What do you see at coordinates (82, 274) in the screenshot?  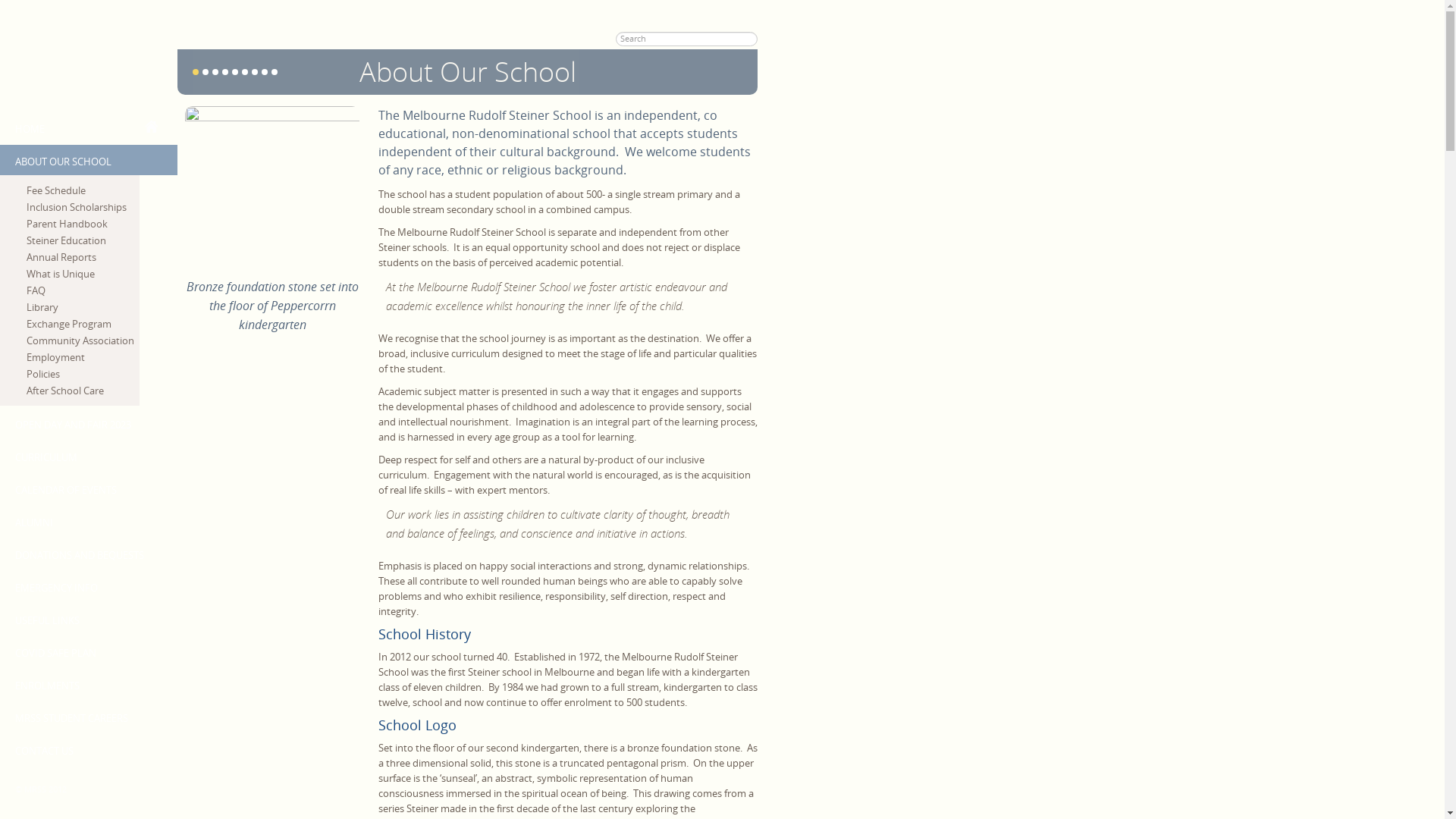 I see `'What is Unique'` at bounding box center [82, 274].